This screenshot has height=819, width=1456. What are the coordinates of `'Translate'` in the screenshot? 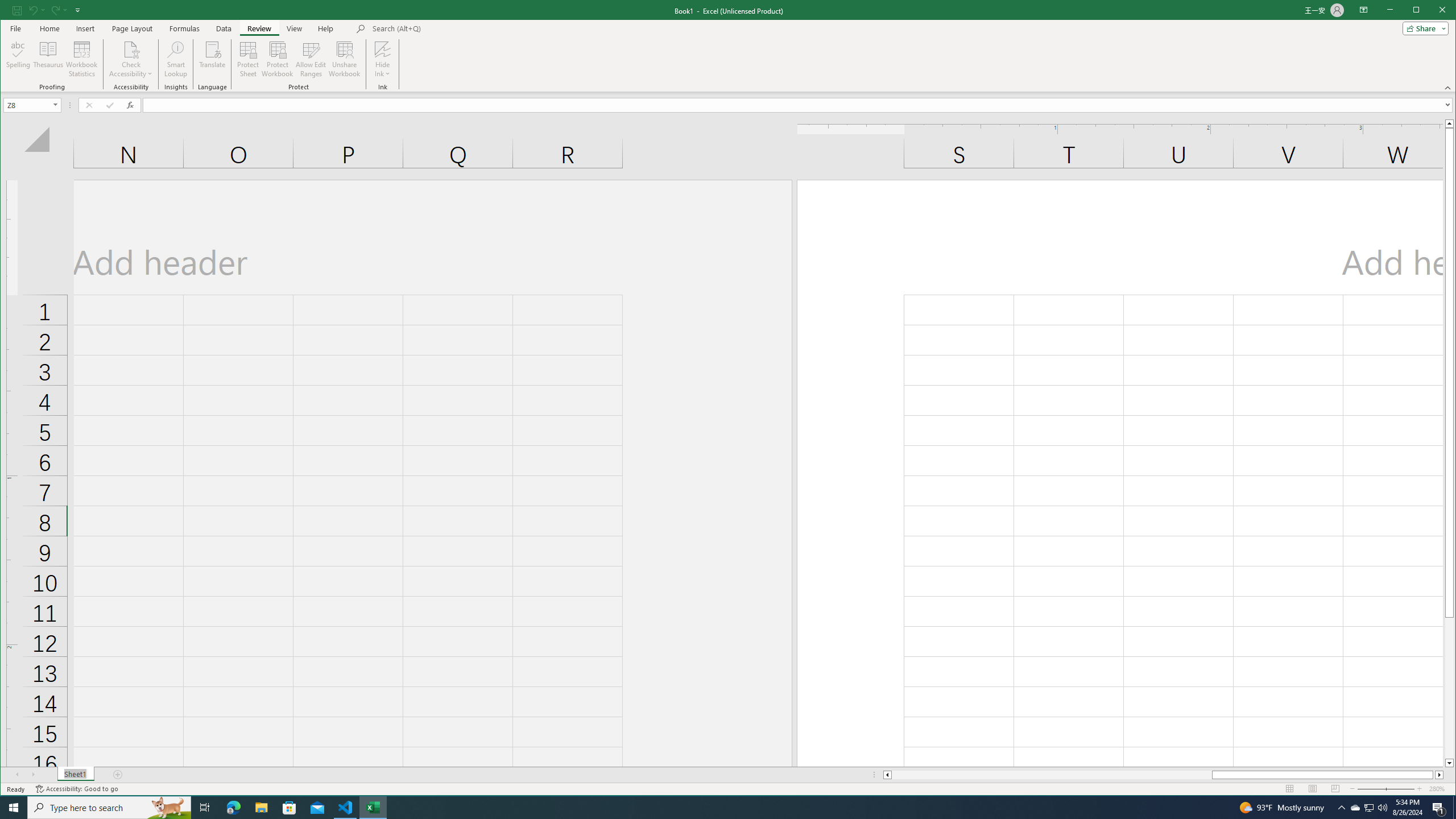 It's located at (212, 59).